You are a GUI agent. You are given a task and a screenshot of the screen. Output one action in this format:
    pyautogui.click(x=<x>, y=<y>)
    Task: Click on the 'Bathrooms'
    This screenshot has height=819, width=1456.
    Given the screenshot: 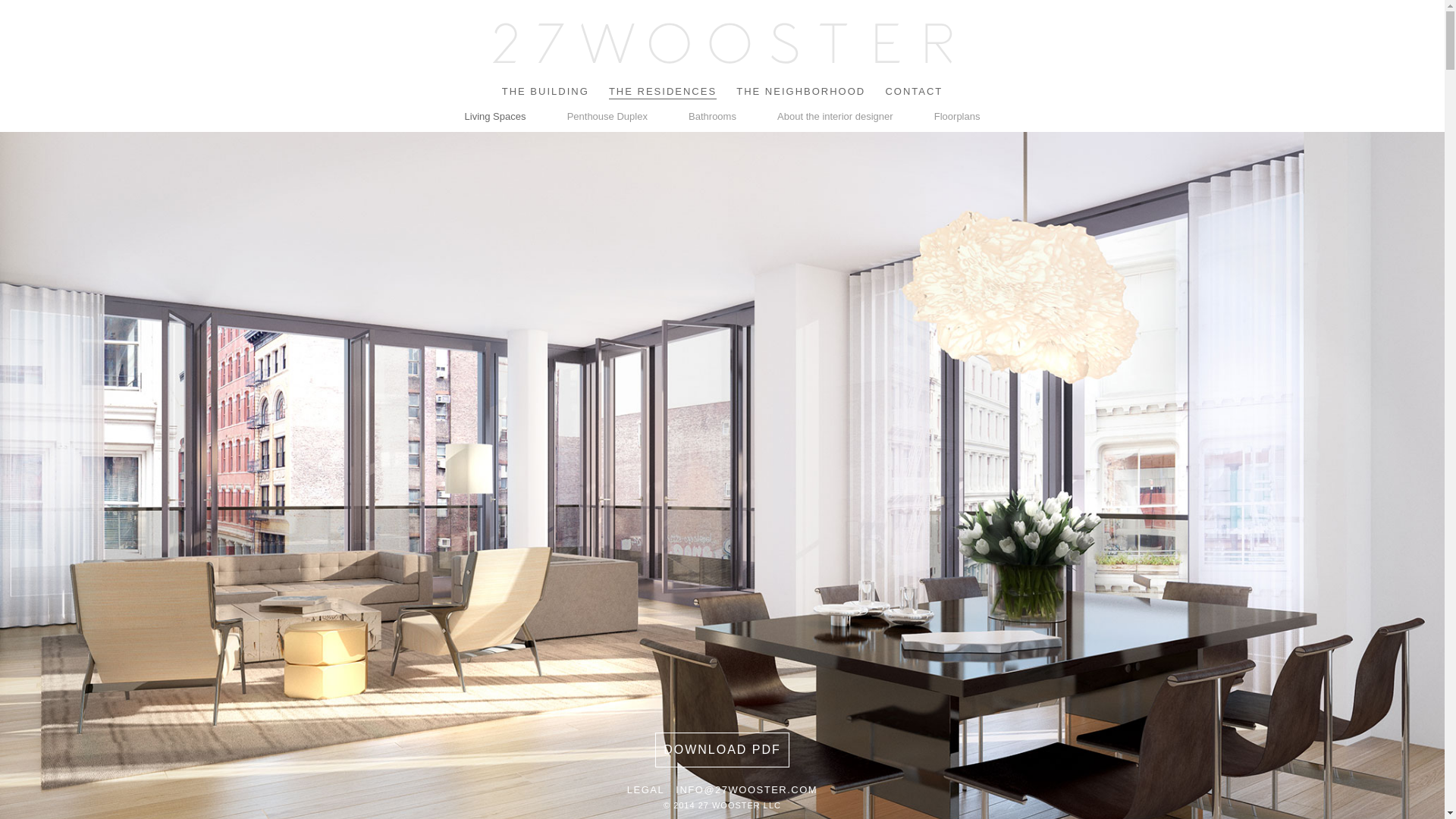 What is the action you would take?
    pyautogui.click(x=711, y=115)
    